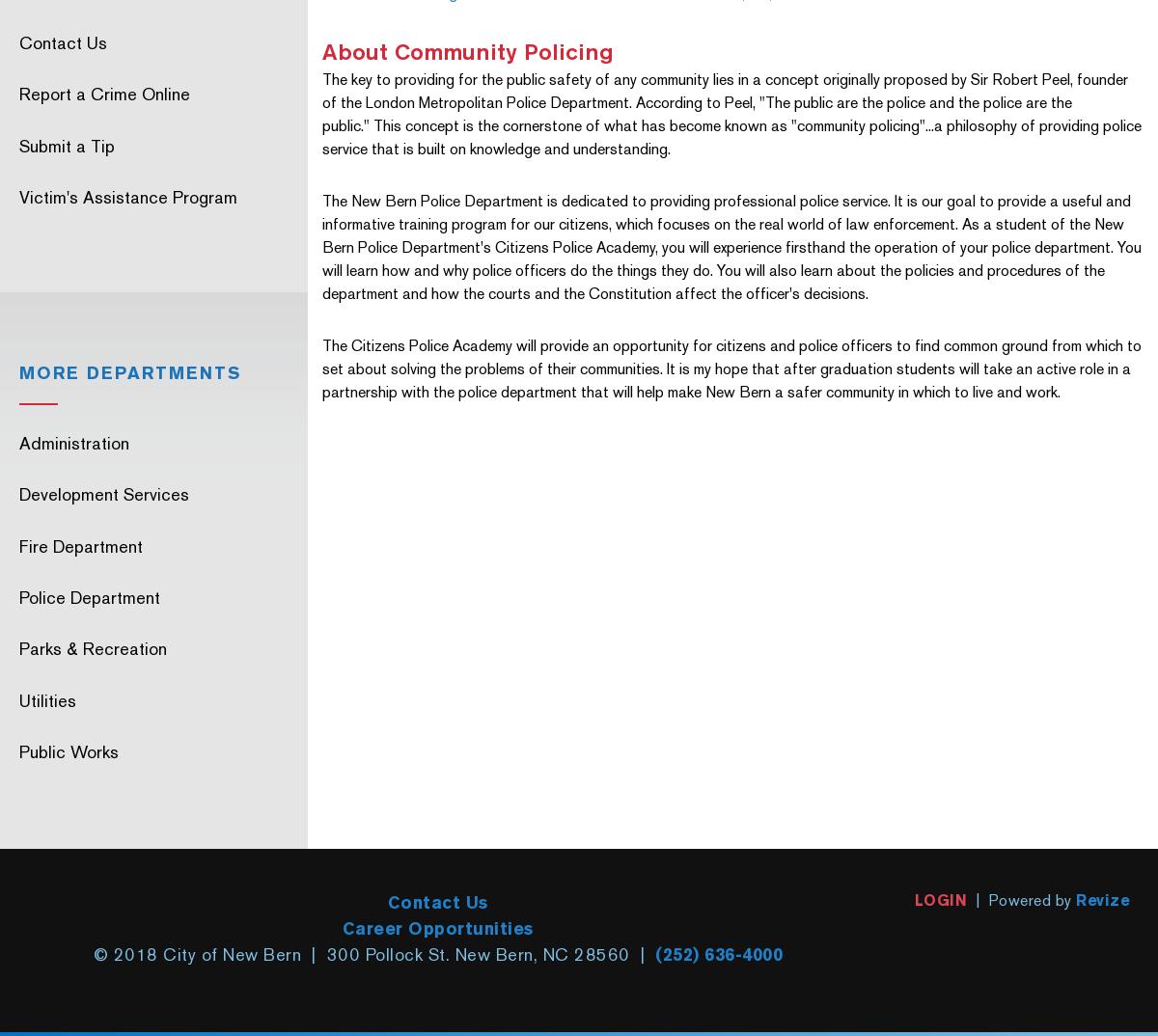 This screenshot has height=1036, width=1158. Describe the element at coordinates (67, 144) in the screenshot. I see `'Submit a Tip'` at that location.